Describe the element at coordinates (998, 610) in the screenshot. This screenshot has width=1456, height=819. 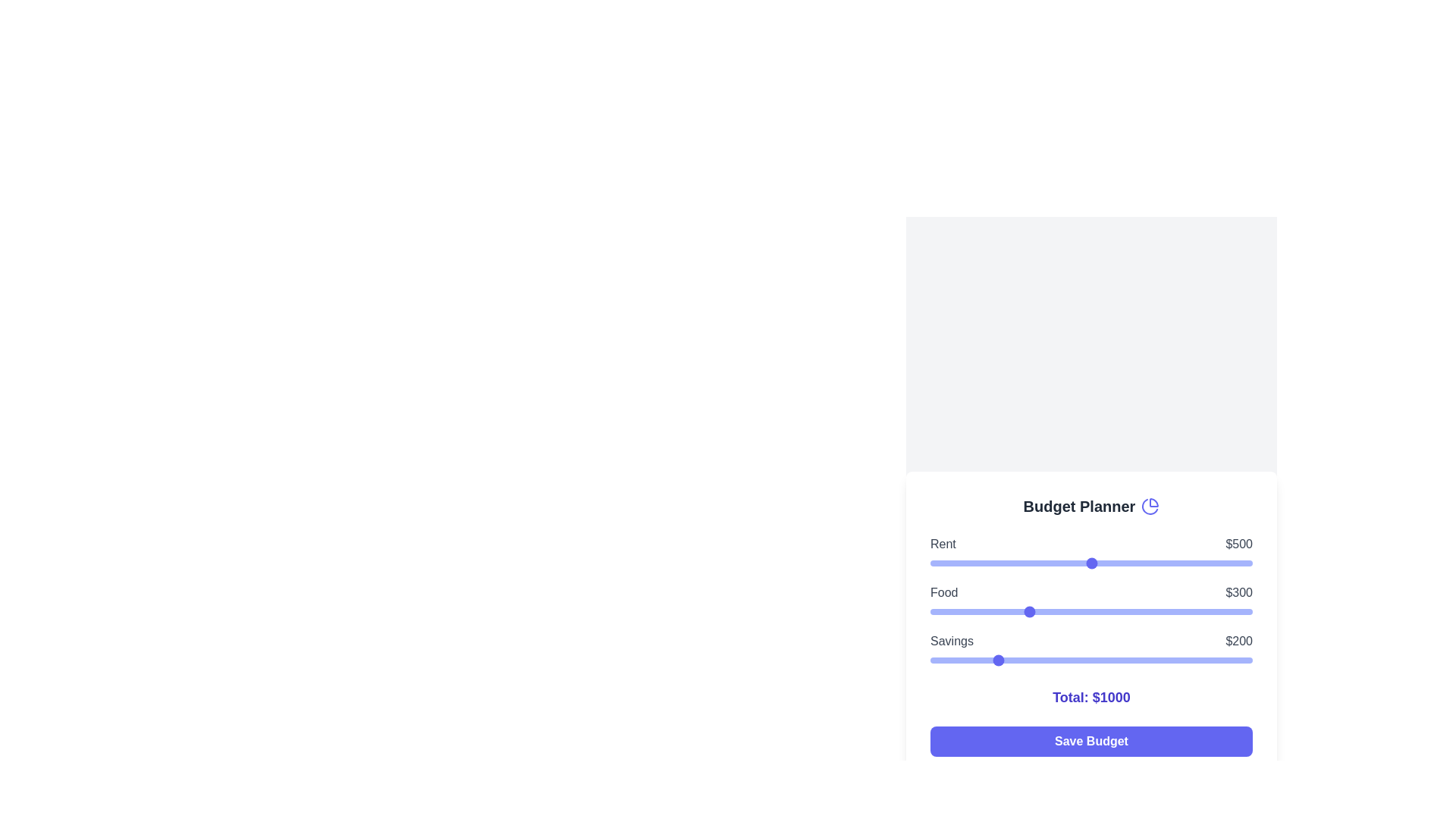
I see `the food budget slider to 211 dollars` at that location.